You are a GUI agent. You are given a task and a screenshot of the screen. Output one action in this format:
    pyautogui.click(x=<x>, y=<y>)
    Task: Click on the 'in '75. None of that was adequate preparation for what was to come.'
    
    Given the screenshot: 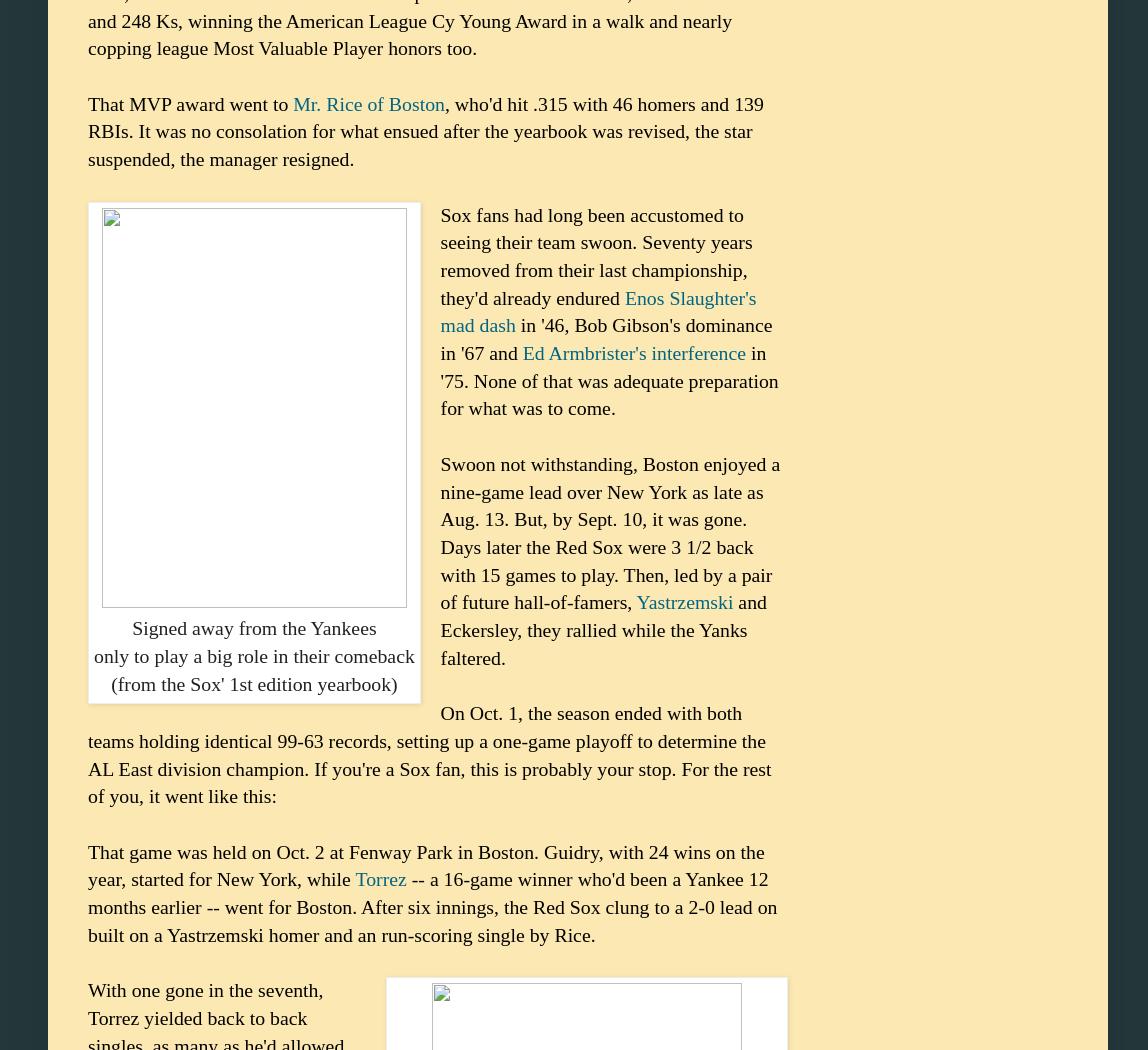 What is the action you would take?
    pyautogui.click(x=609, y=380)
    